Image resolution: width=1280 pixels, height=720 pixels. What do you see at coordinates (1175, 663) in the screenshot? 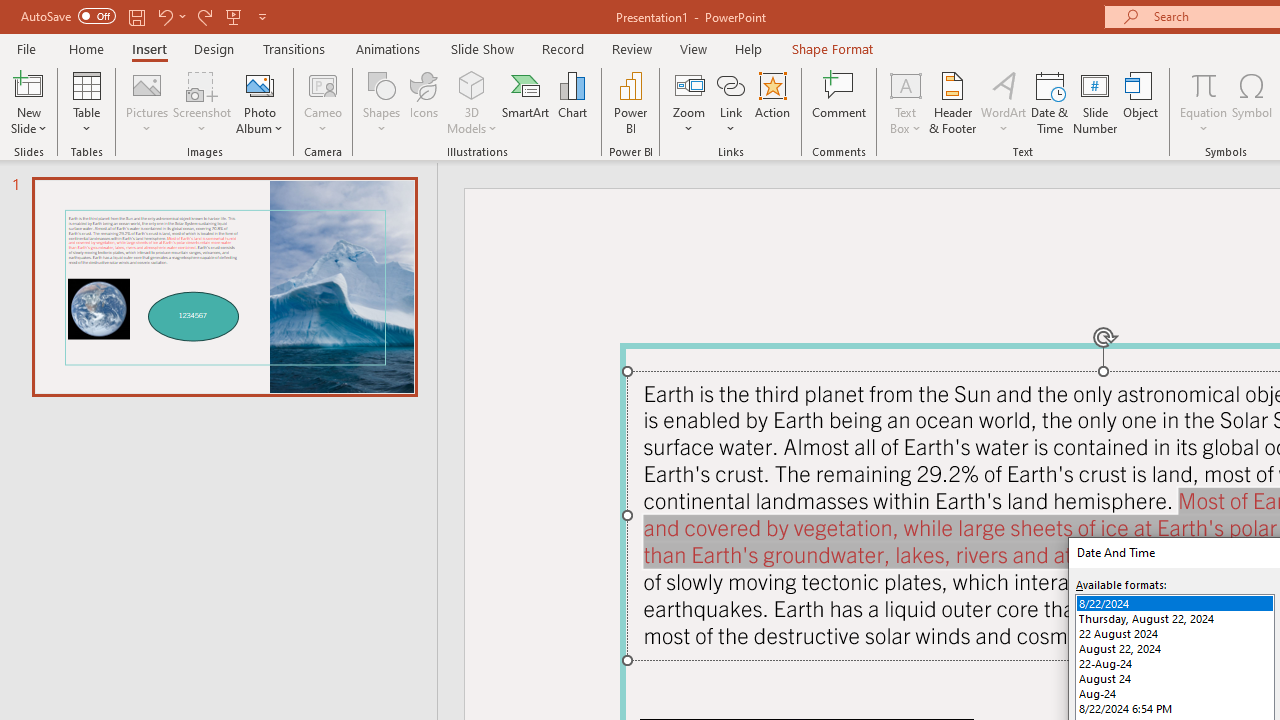
I see `'22-Aug-24'` at bounding box center [1175, 663].